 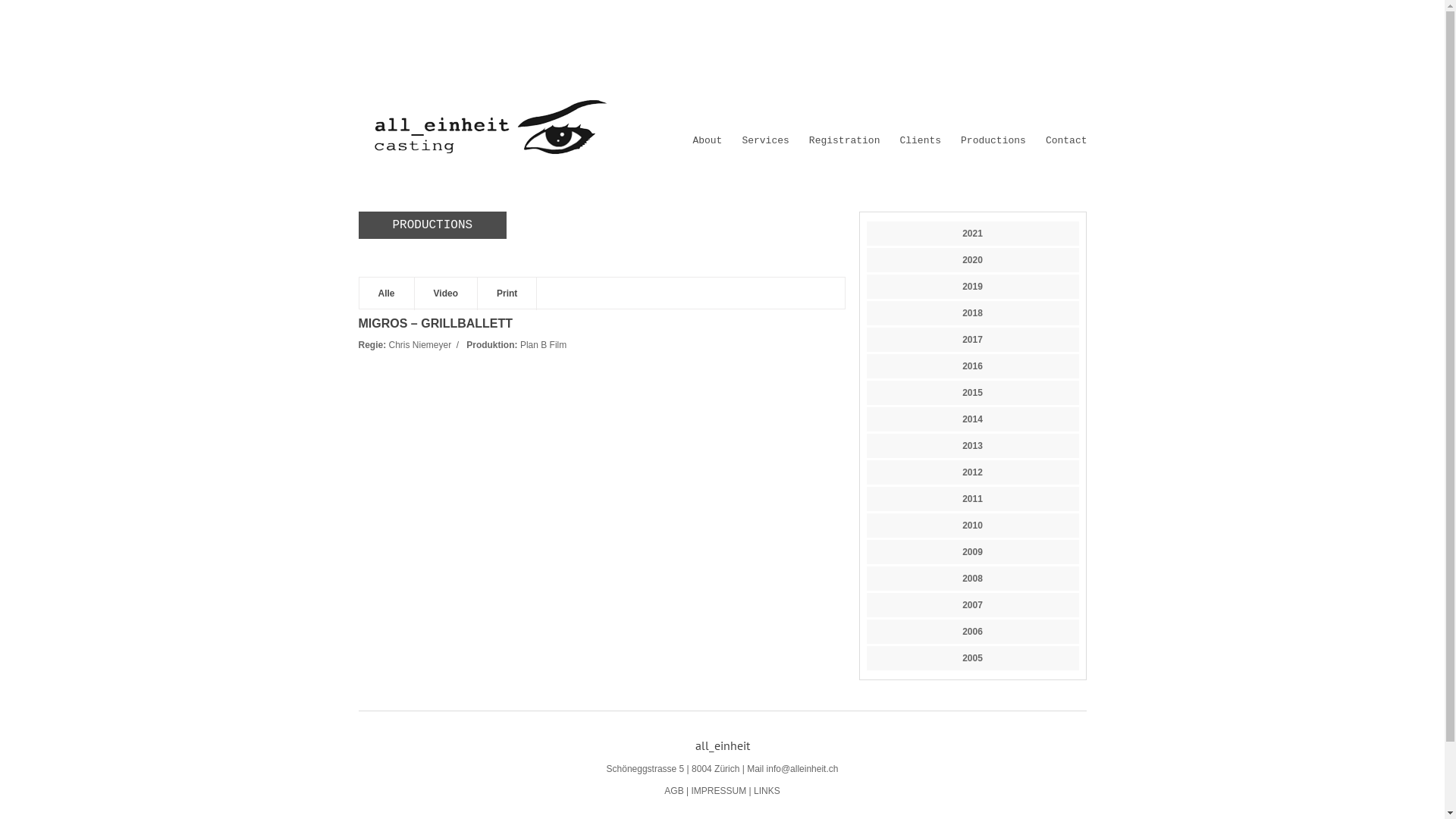 What do you see at coordinates (673, 789) in the screenshot?
I see `'AGB'` at bounding box center [673, 789].